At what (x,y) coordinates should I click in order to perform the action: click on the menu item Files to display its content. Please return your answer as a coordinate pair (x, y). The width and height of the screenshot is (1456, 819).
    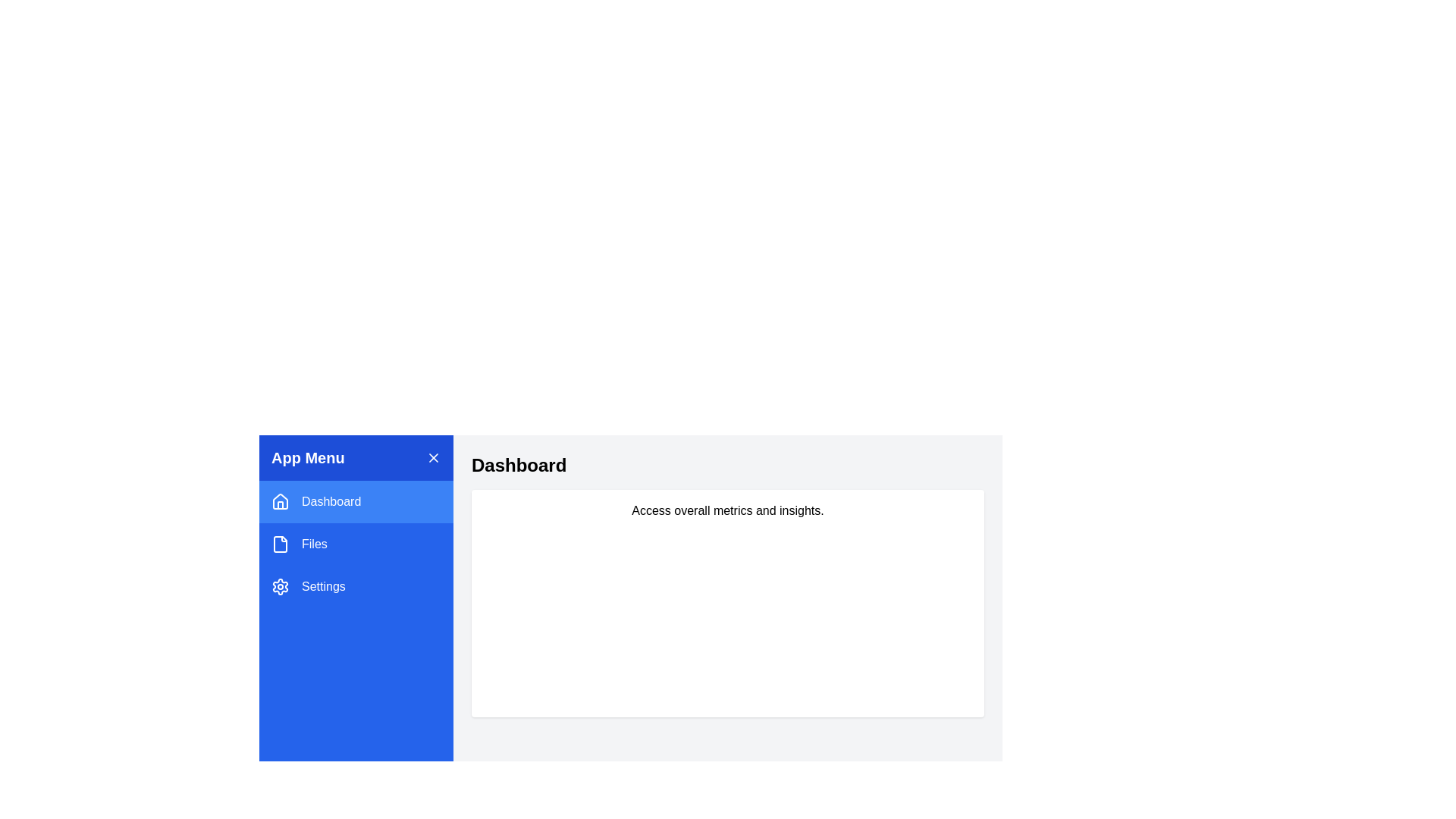
    Looking at the image, I should click on (356, 543).